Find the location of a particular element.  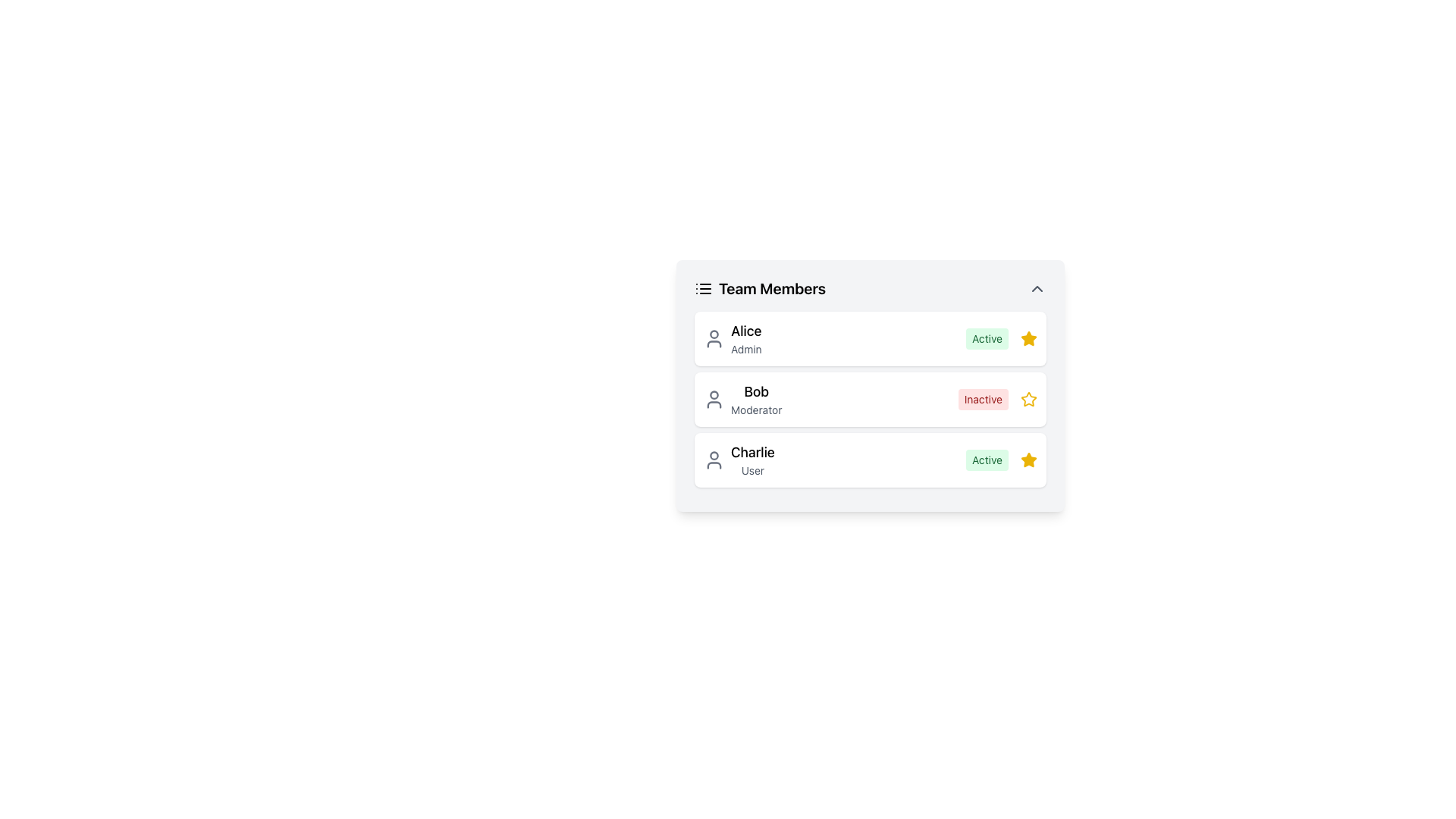

the Circle shape representing the head portion of the user profile icon, which is part of the SVG graphic located to the left of the text label 'Bob' is located at coordinates (713, 394).